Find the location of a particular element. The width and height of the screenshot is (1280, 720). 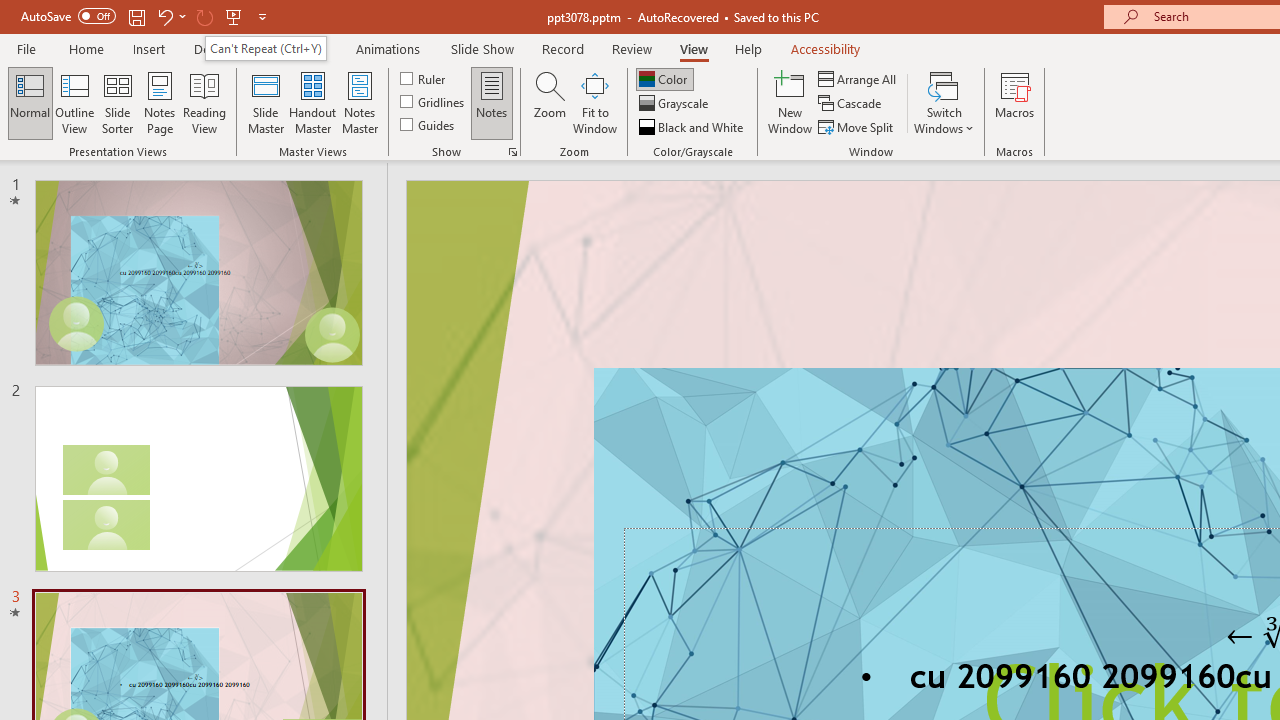

'Arrange All' is located at coordinates (858, 78).